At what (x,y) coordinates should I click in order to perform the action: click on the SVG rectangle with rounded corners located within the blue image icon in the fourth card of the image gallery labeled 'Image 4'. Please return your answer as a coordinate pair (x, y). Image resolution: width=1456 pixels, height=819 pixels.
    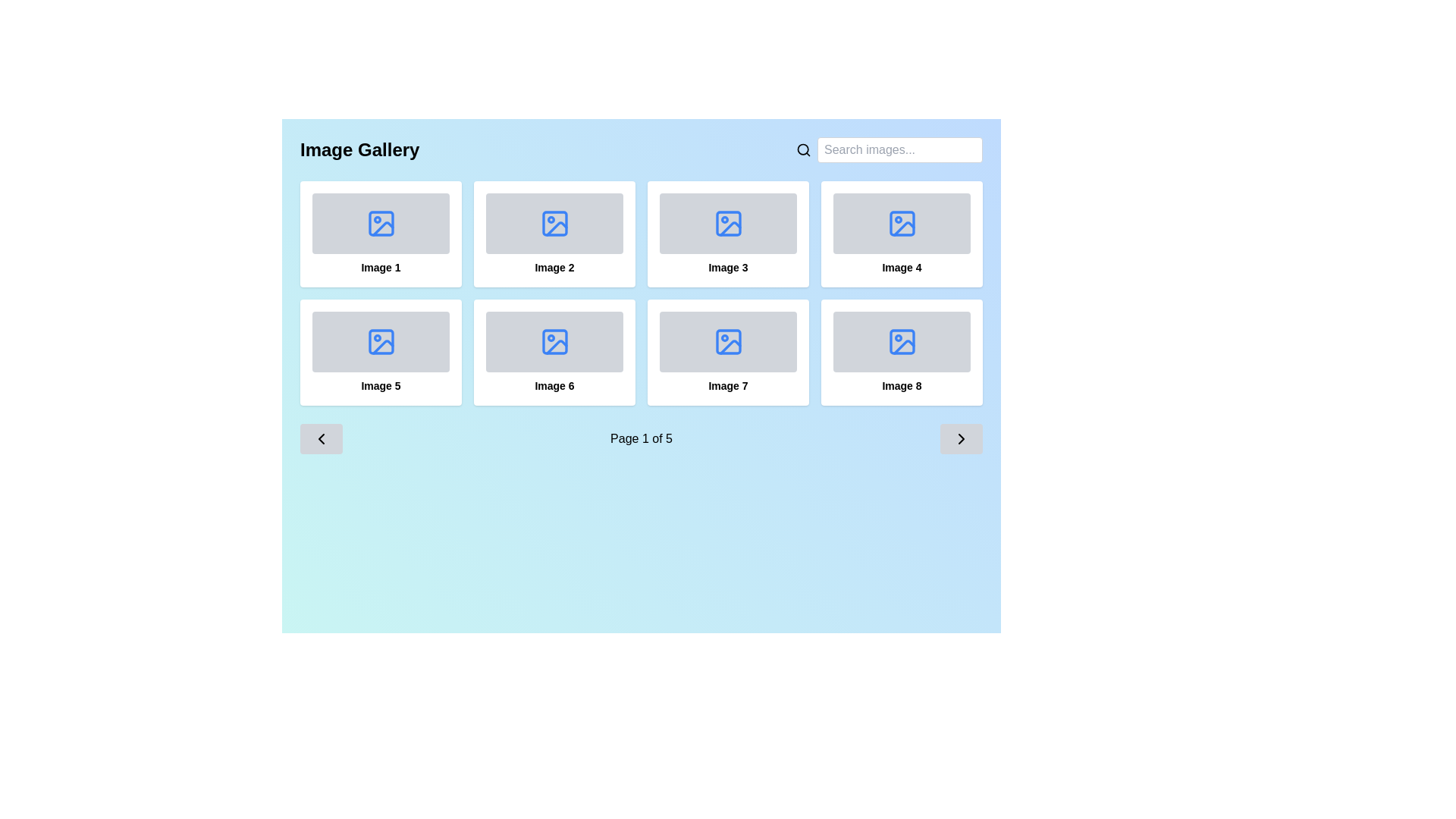
    Looking at the image, I should click on (902, 223).